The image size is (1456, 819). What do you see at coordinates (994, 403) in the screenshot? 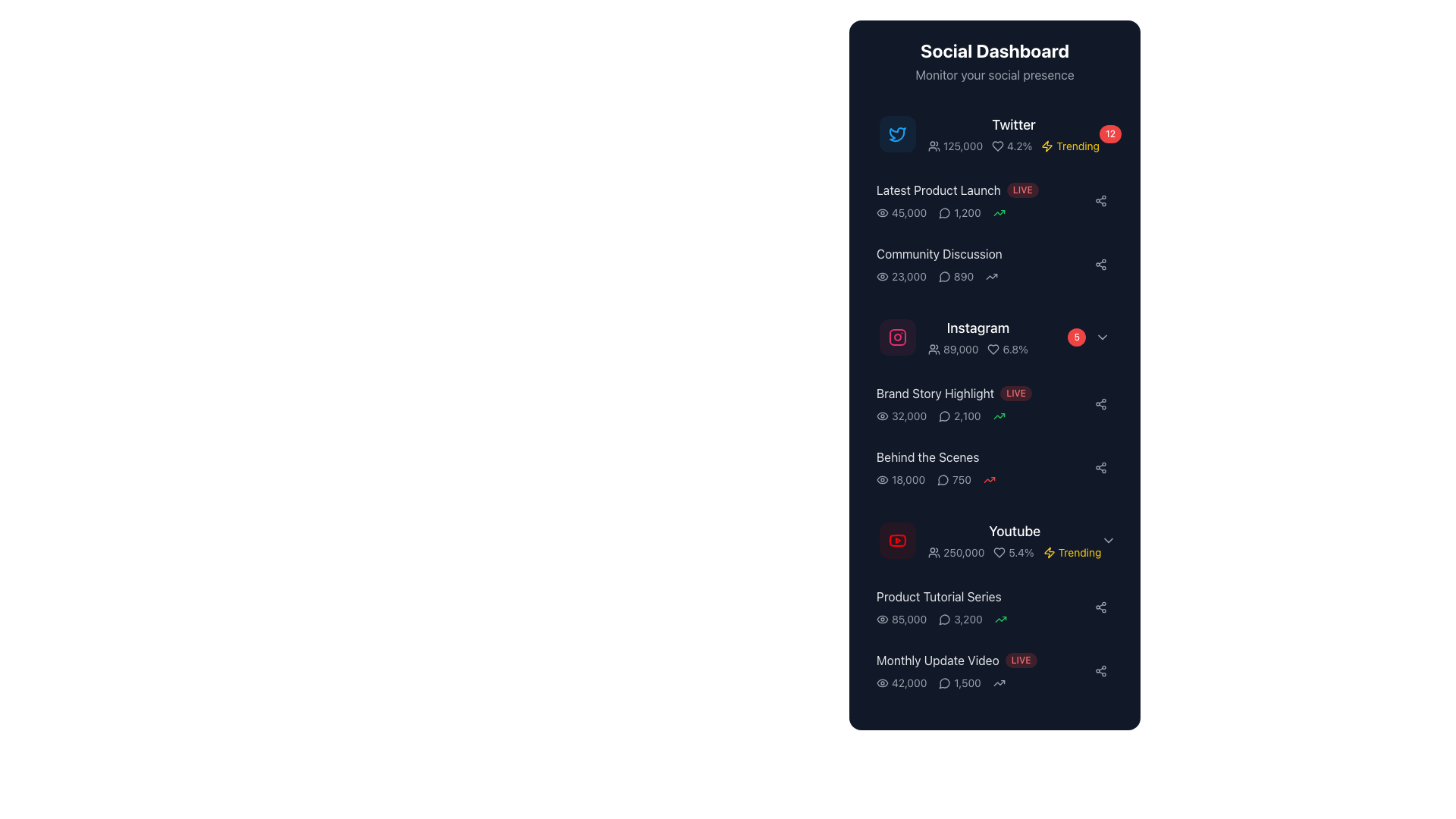
I see `the 'Brand Story Highlight' informational list item in the 'Social Dashboard' panel` at bounding box center [994, 403].